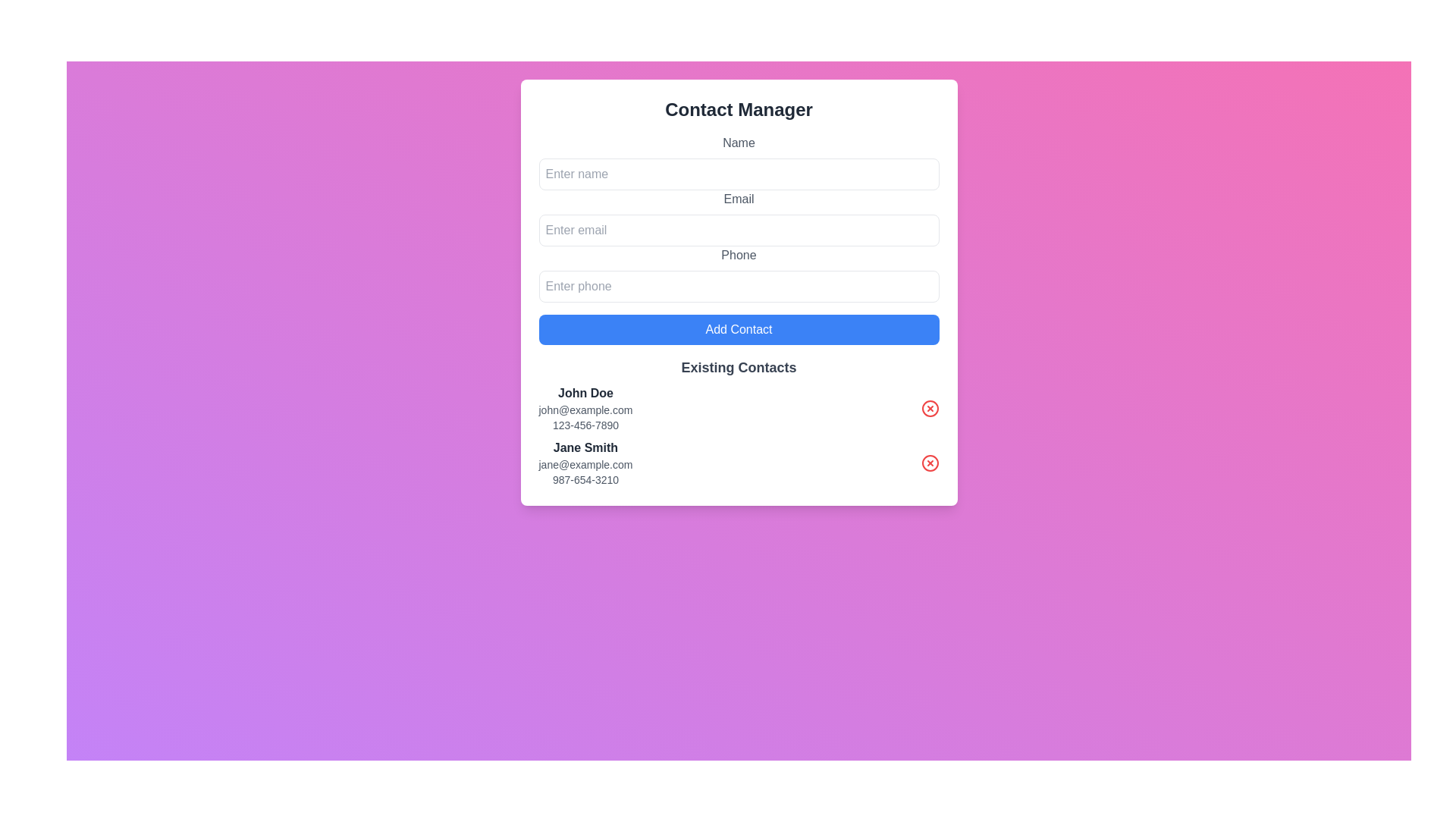 Image resolution: width=1456 pixels, height=819 pixels. Describe the element at coordinates (739, 109) in the screenshot. I see `text of the header label indicating the section for managing contacts, which is positioned at the top of the interface above input fields and buttons` at that location.